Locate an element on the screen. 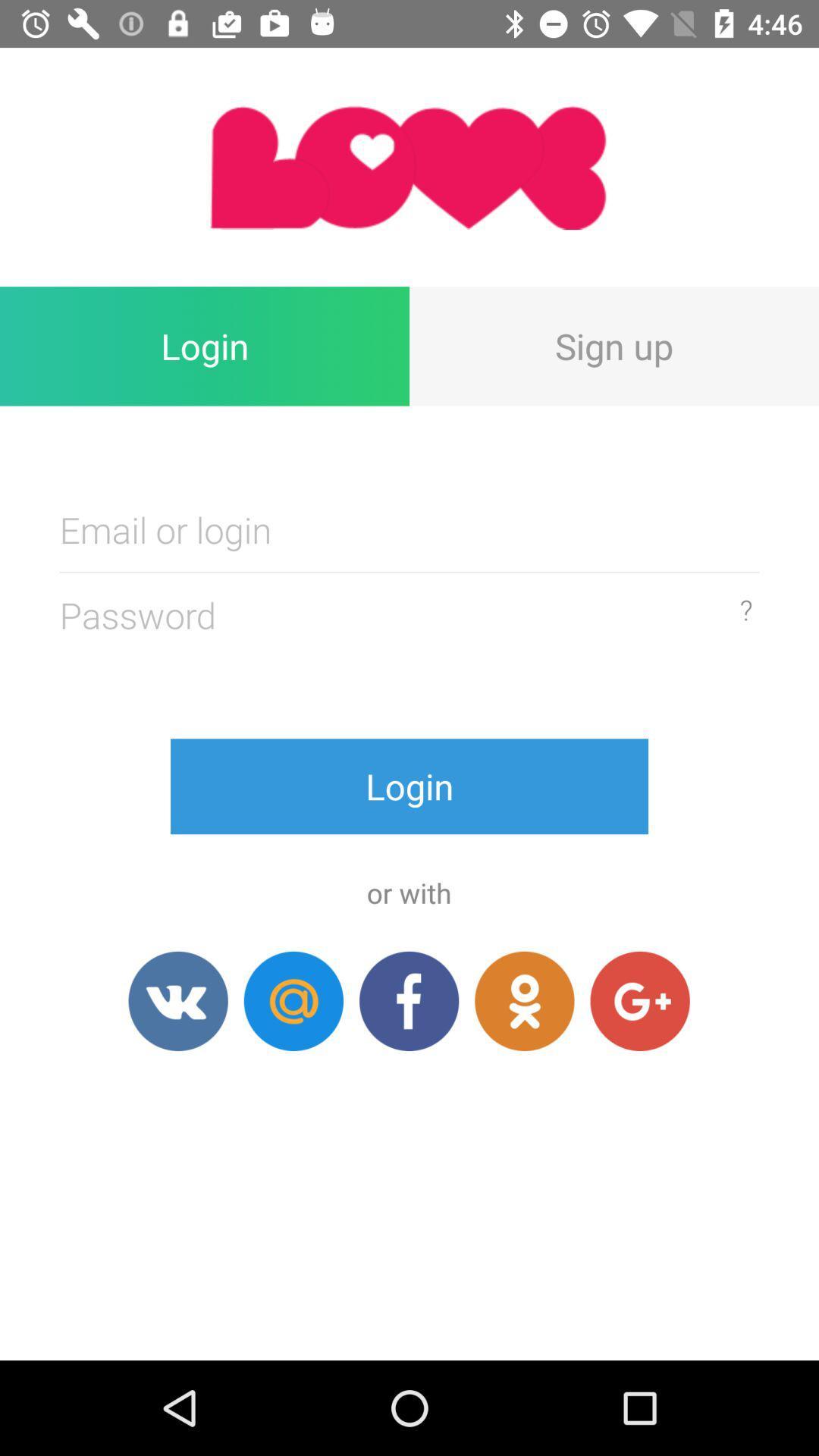  login with email is located at coordinates (293, 1001).